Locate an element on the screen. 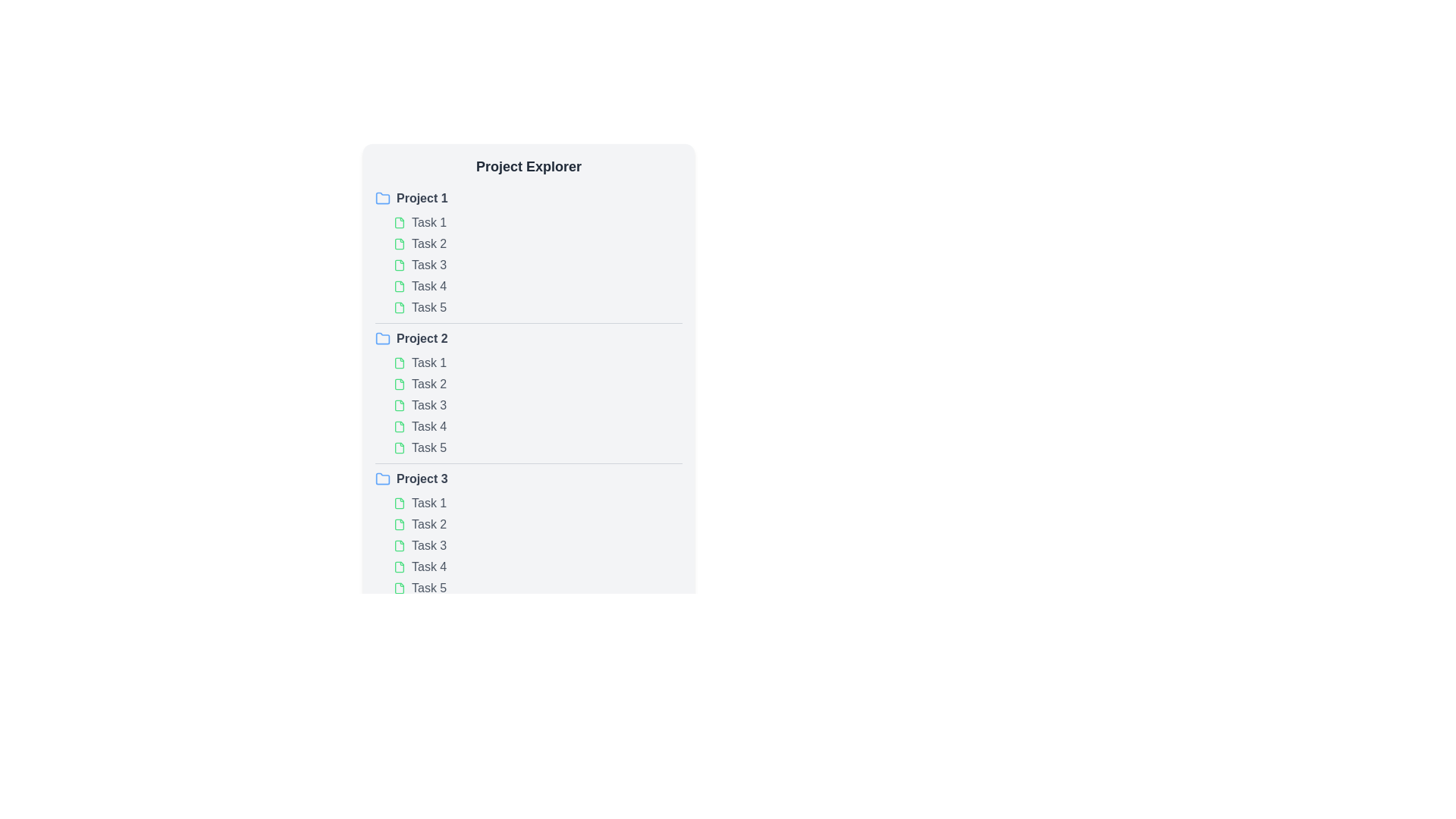  the document icon associated with 'Task 3' is located at coordinates (400, 546).